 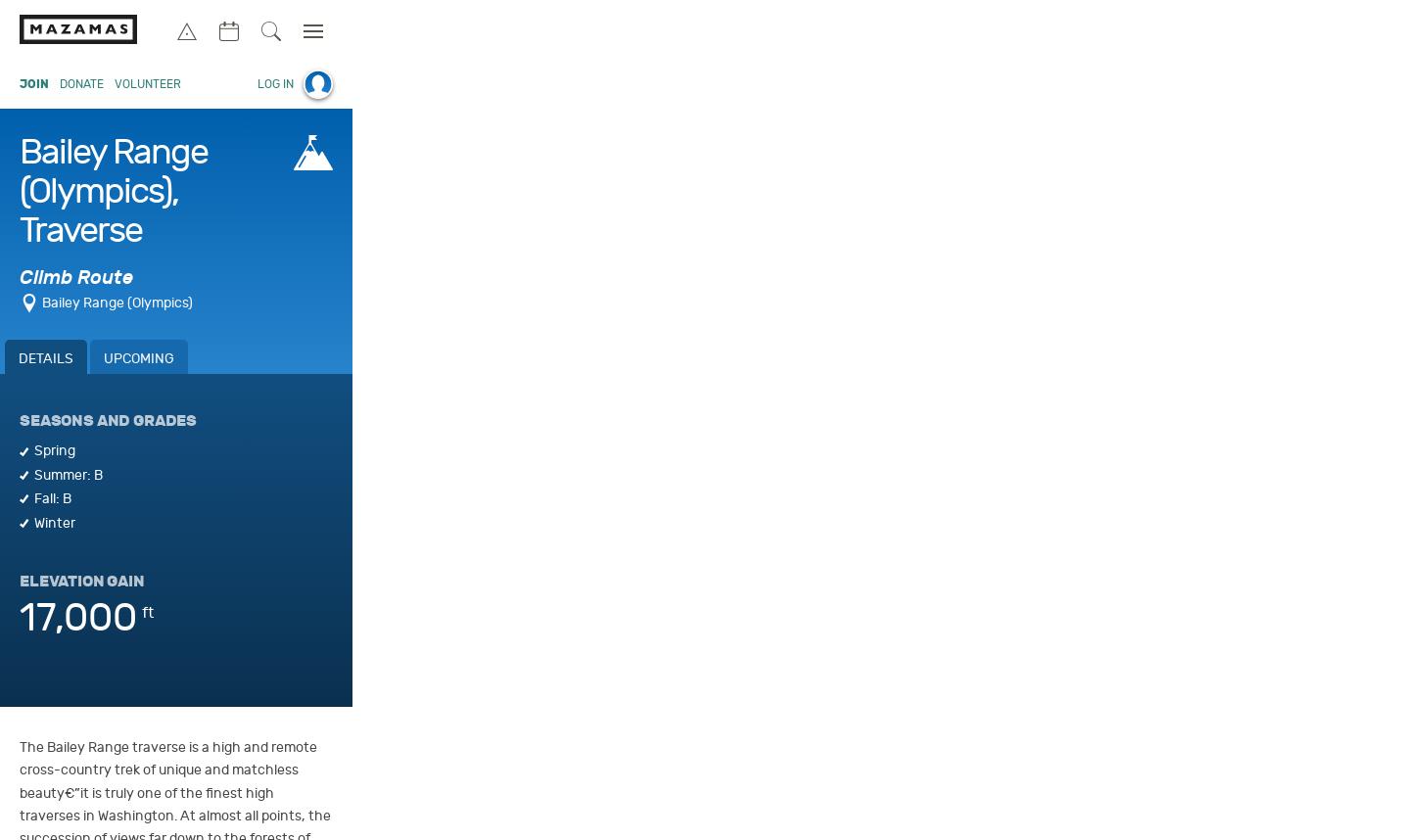 I want to click on 'Winter', so click(x=54, y=522).